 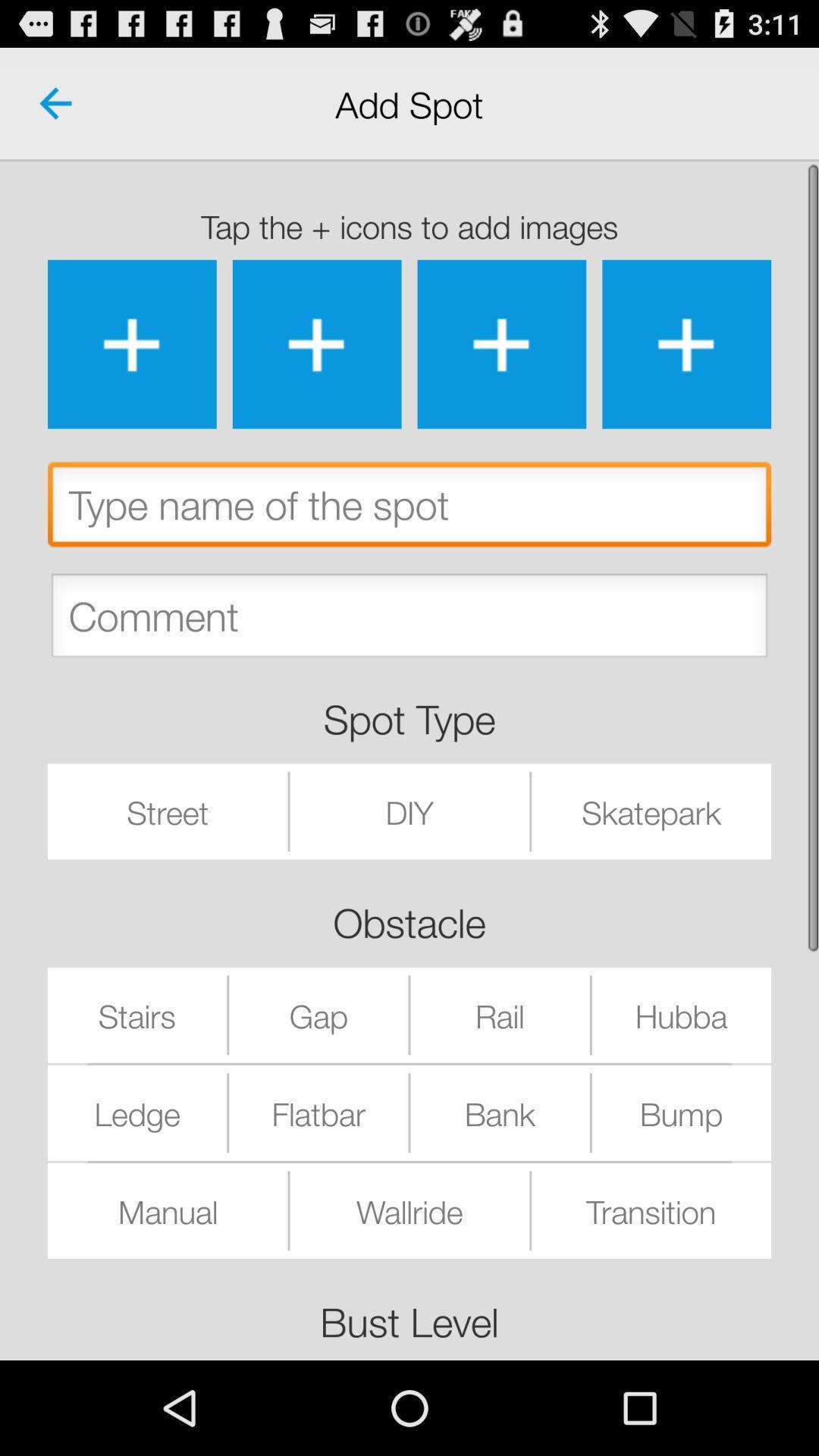 I want to click on the flatbar item, so click(x=318, y=1112).